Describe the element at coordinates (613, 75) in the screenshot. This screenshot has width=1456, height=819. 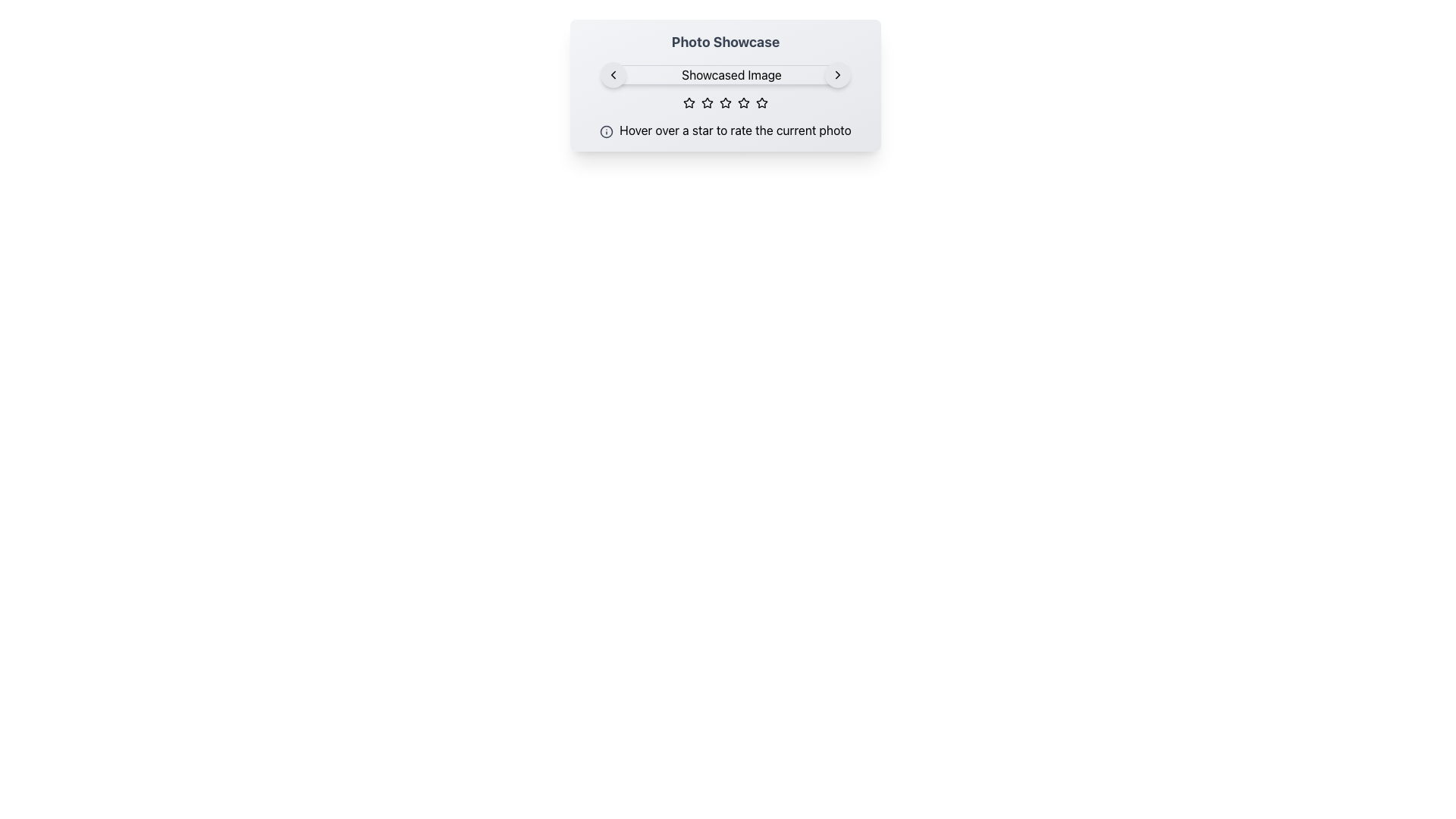
I see `the circular navigational Icon located near the left end of the navigation bar, directly left of the 'Showcased Image' text` at that location.